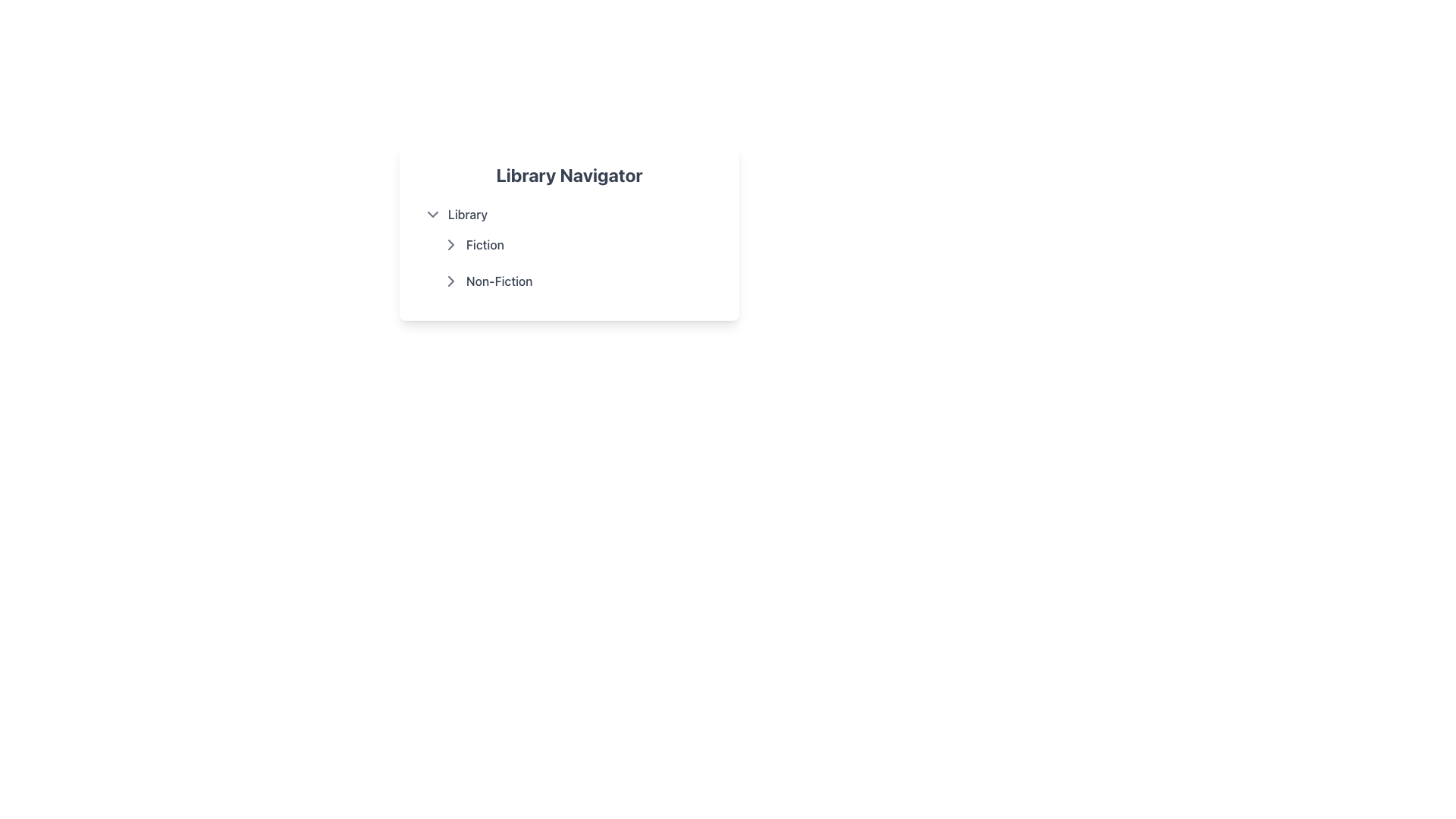 Image resolution: width=1456 pixels, height=819 pixels. Describe the element at coordinates (450, 244) in the screenshot. I see `the expansion control button located to the left of the 'Fiction' text in the library navigation list` at that location.